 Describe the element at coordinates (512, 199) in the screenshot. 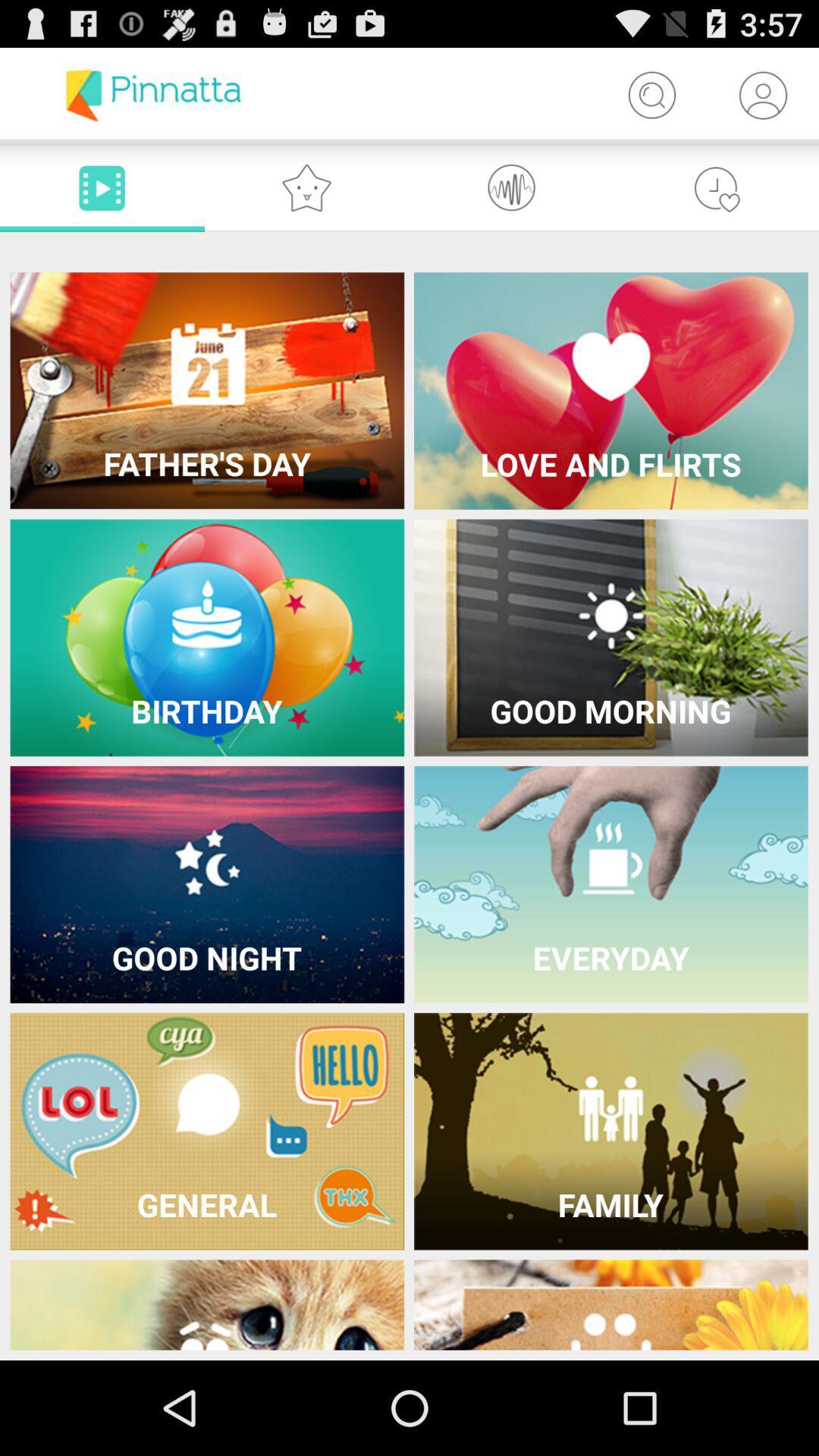

I see `the swap icon` at that location.